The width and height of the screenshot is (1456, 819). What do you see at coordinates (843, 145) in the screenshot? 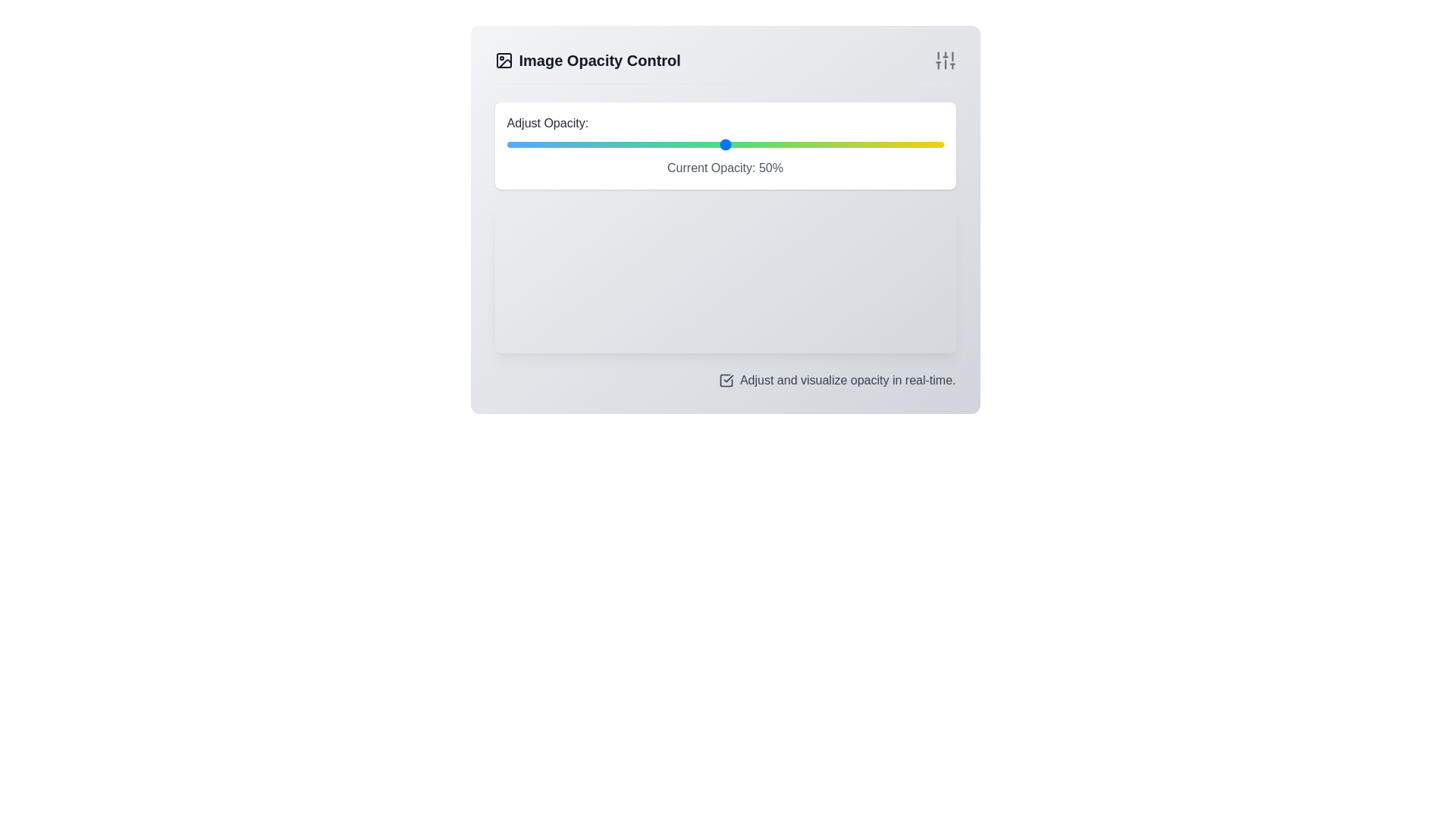
I see `the opacity` at bounding box center [843, 145].